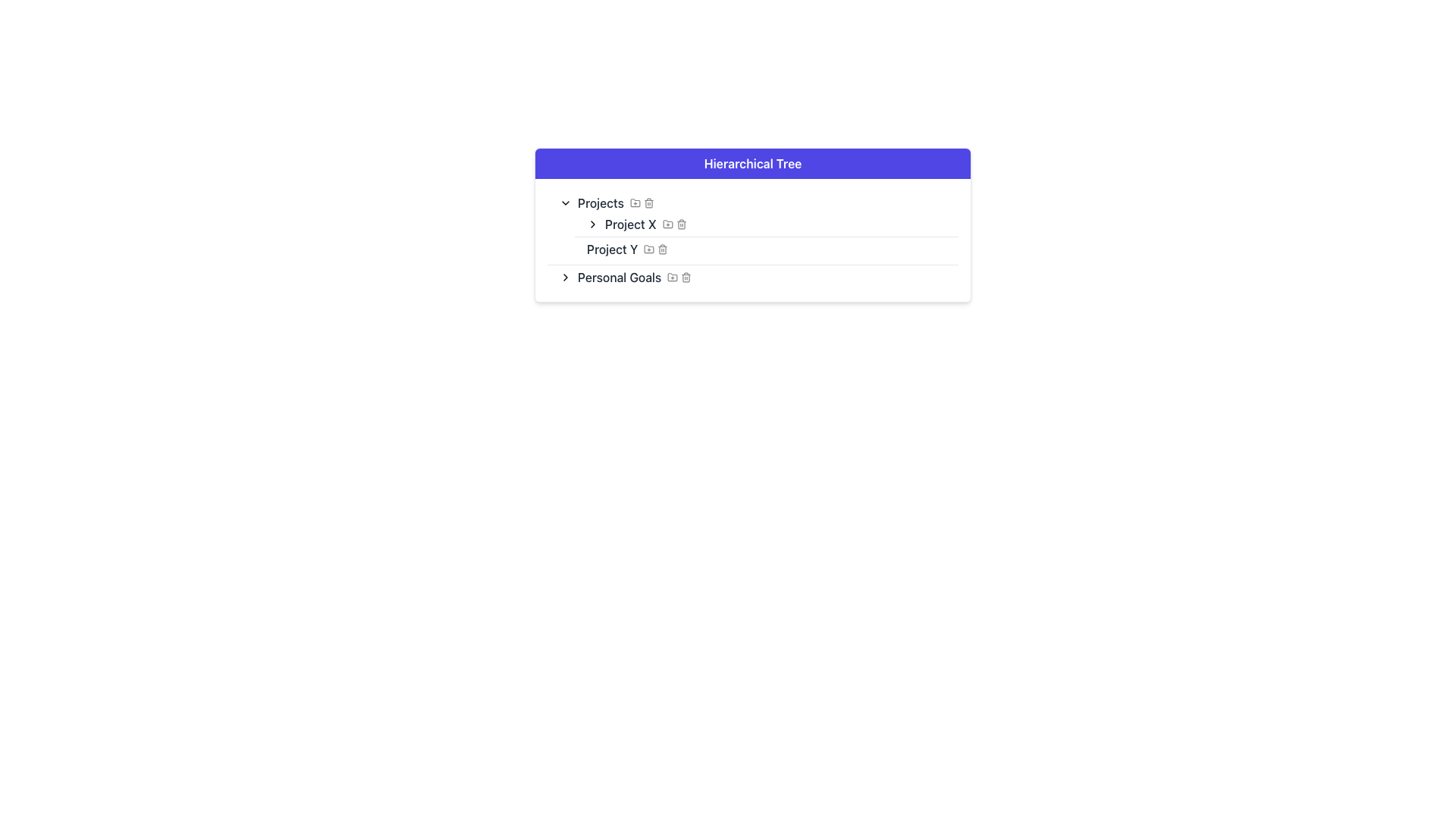  Describe the element at coordinates (592, 224) in the screenshot. I see `the toggle button at the beginning of the row for 'Project X'` at that location.